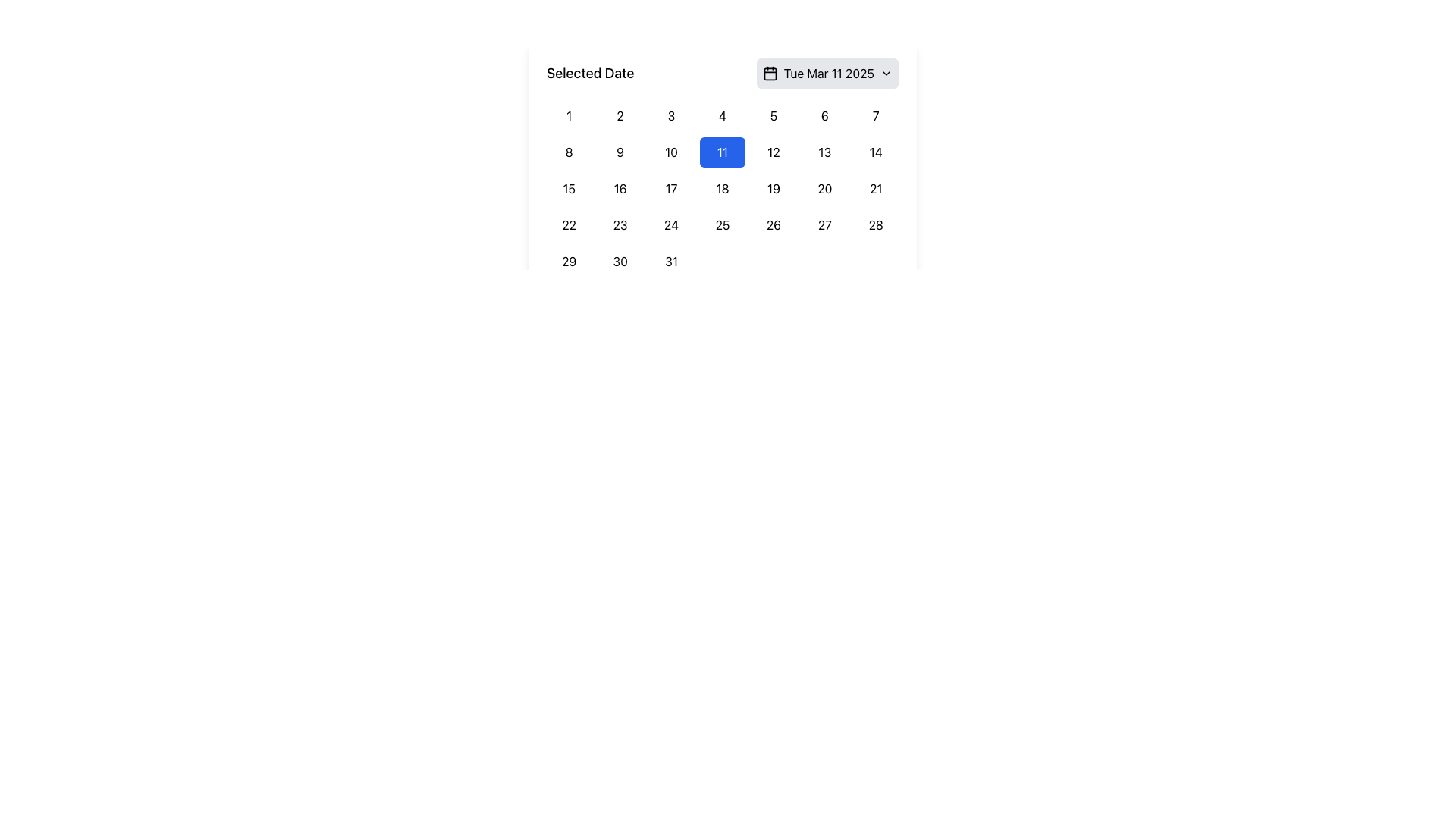 The width and height of the screenshot is (1456, 819). What do you see at coordinates (722, 167) in the screenshot?
I see `the blue button with the number '11' in white text` at bounding box center [722, 167].